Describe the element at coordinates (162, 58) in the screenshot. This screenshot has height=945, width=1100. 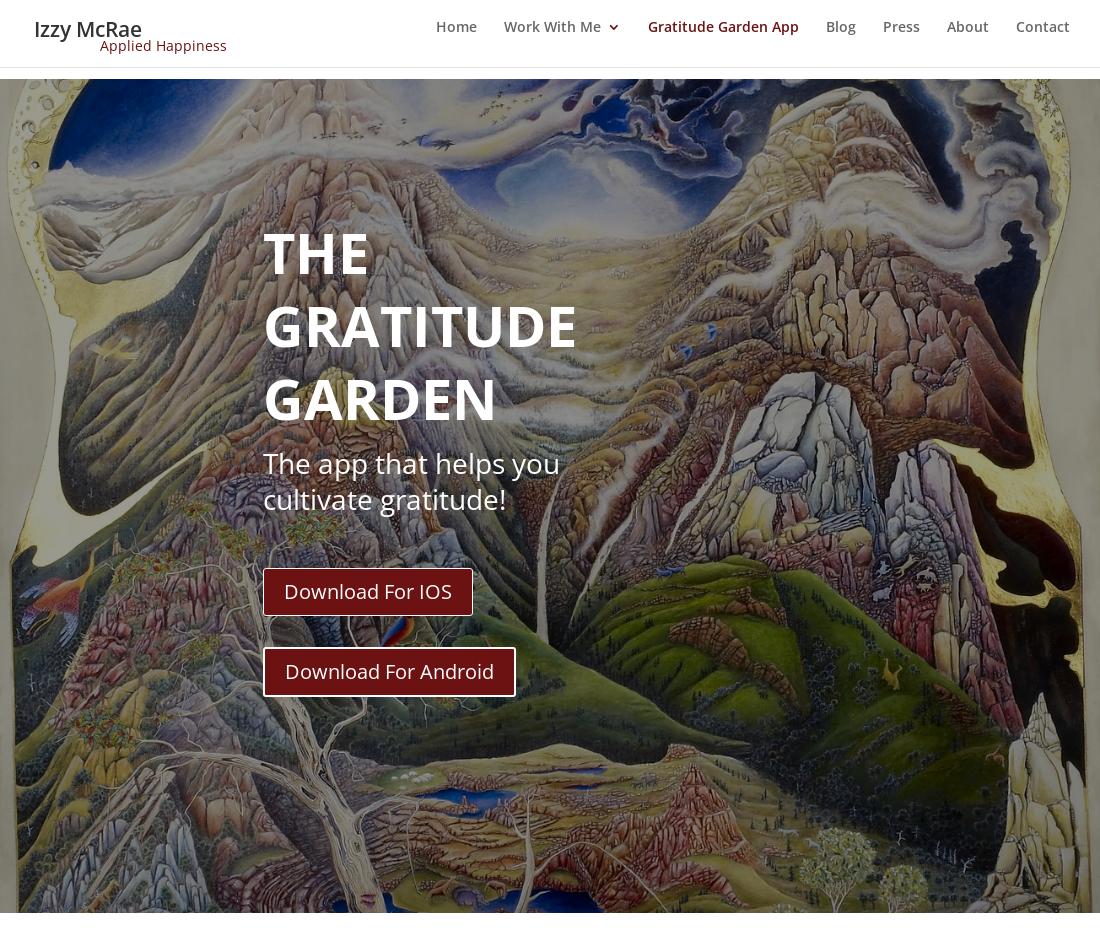
I see `'Applied Happiness'` at that location.